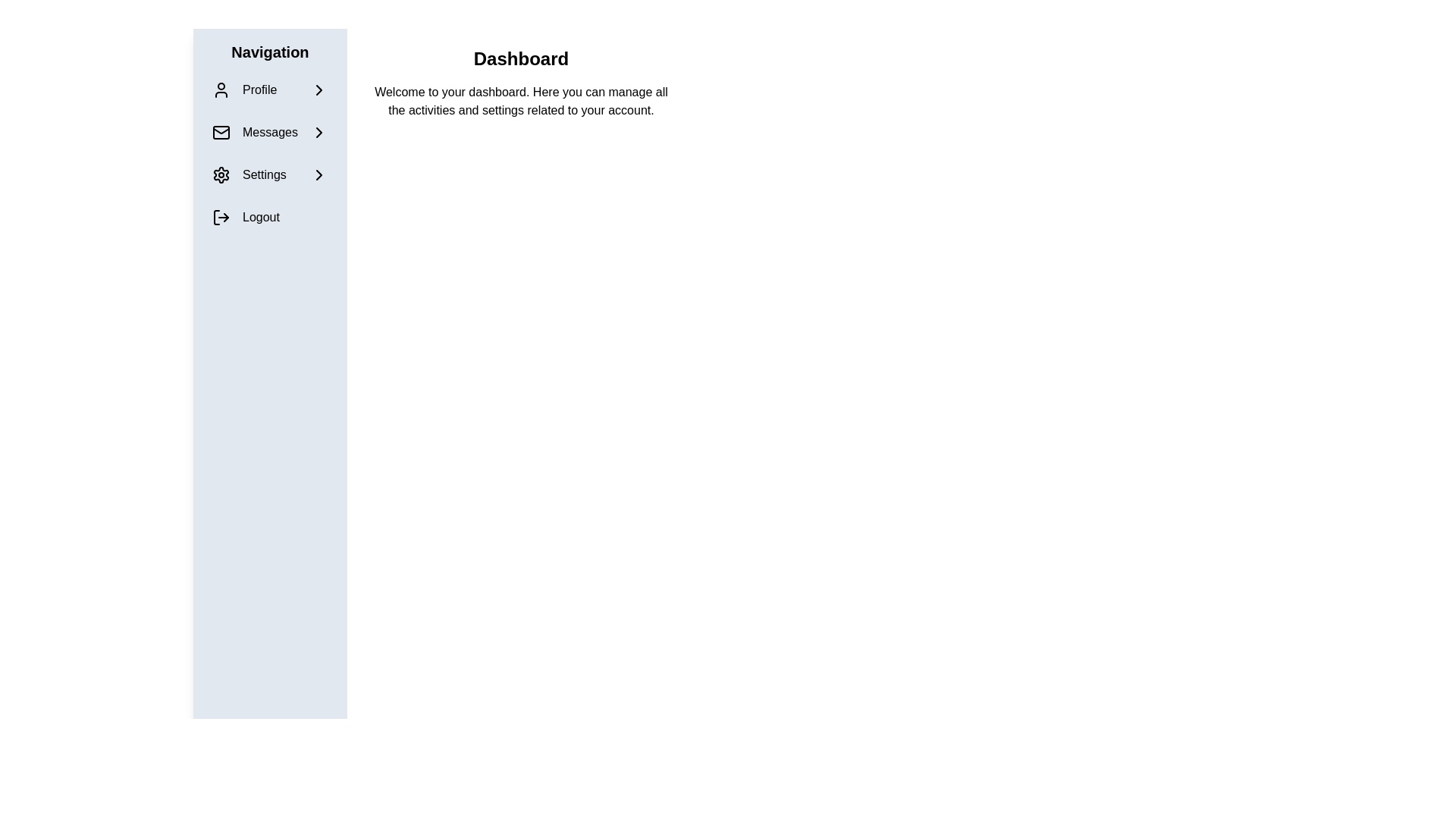 This screenshot has width=1456, height=819. I want to click on the 'Settings' label located in the vertical navigation bar on the left side of the layout, so click(264, 174).